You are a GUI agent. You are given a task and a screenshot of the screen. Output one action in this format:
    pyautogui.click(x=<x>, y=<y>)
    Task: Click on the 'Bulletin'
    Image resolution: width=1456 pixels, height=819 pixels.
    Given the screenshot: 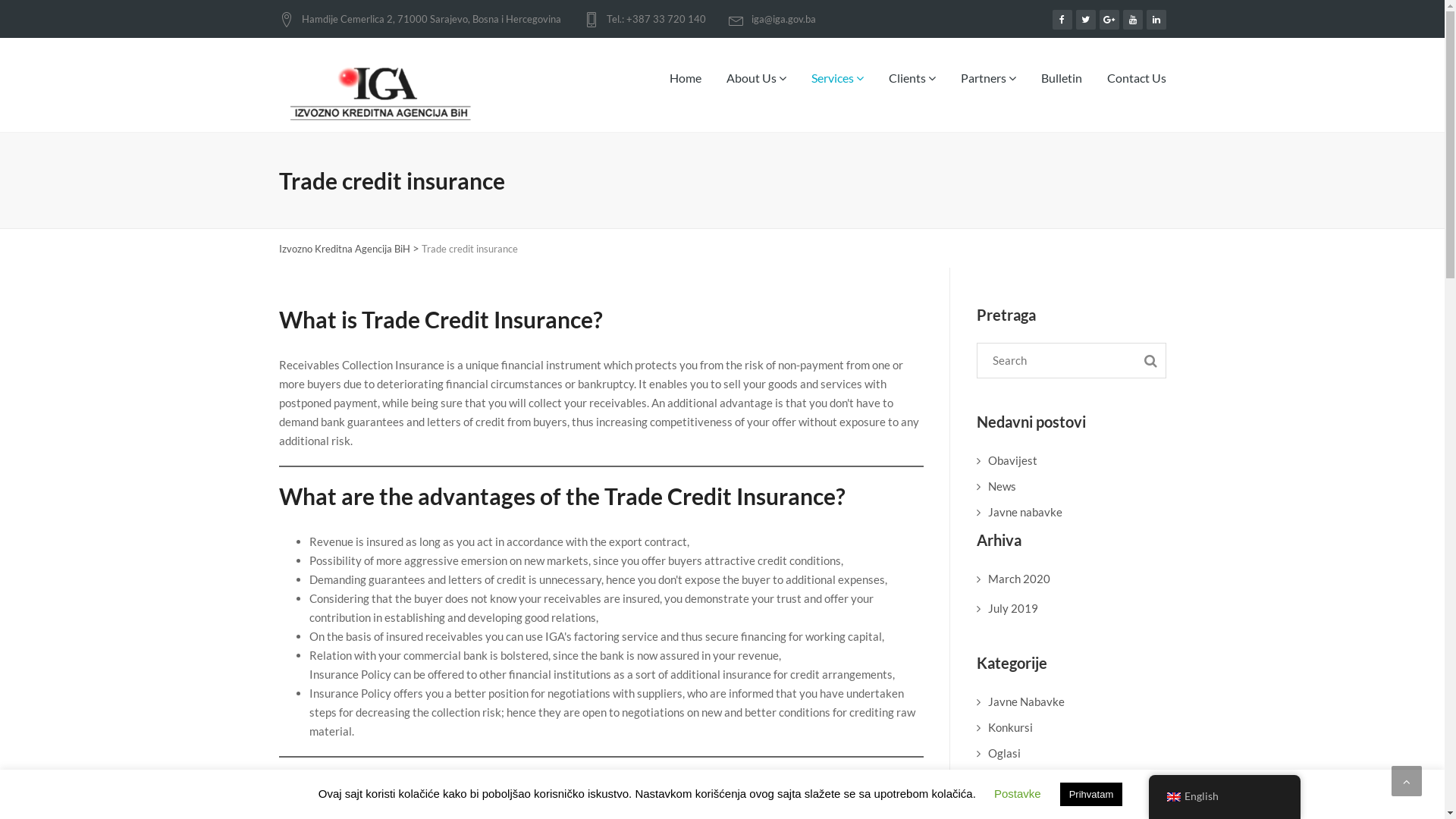 What is the action you would take?
    pyautogui.click(x=1061, y=89)
    